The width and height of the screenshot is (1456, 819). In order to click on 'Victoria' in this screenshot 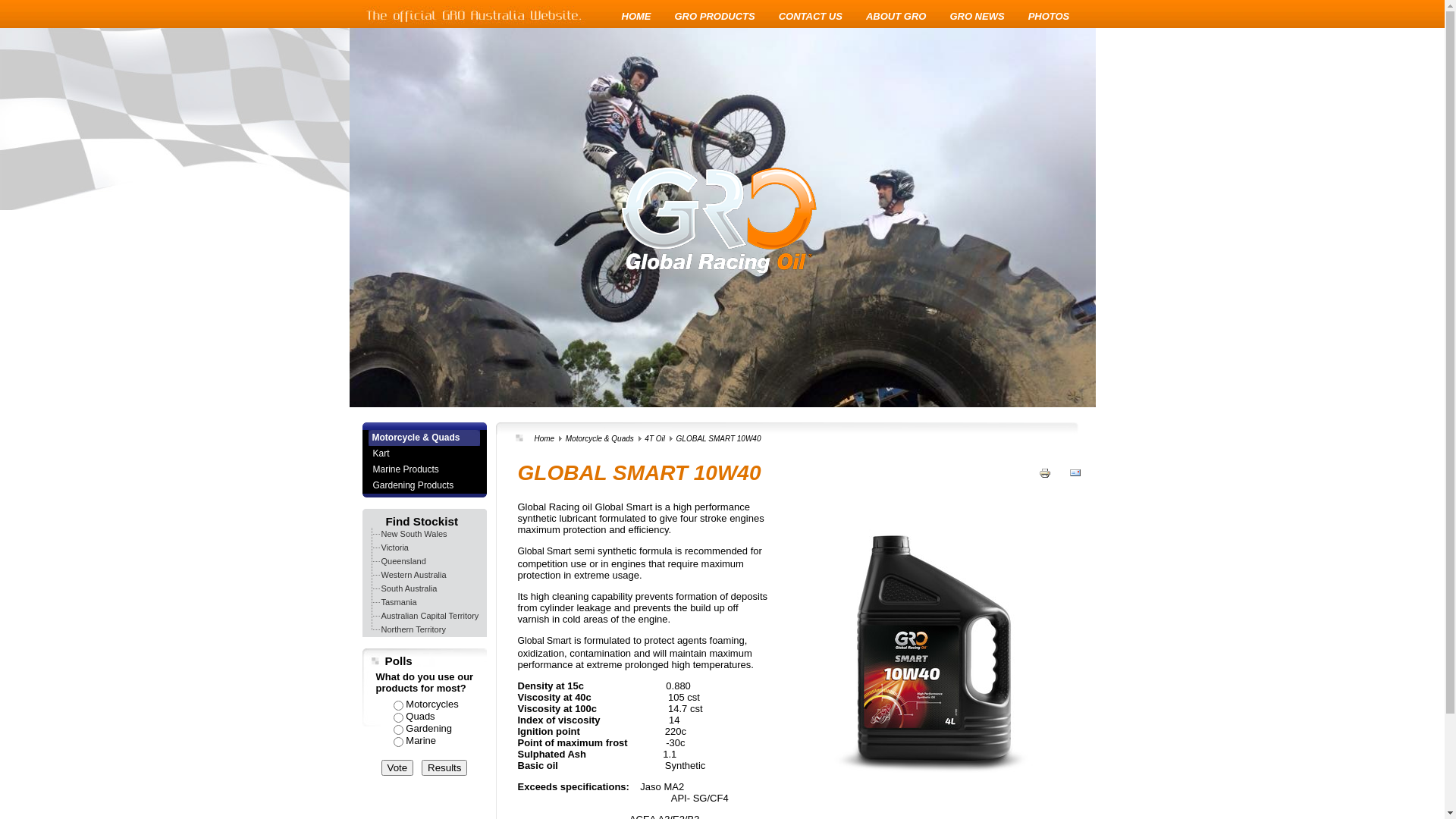, I will do `click(378, 547)`.